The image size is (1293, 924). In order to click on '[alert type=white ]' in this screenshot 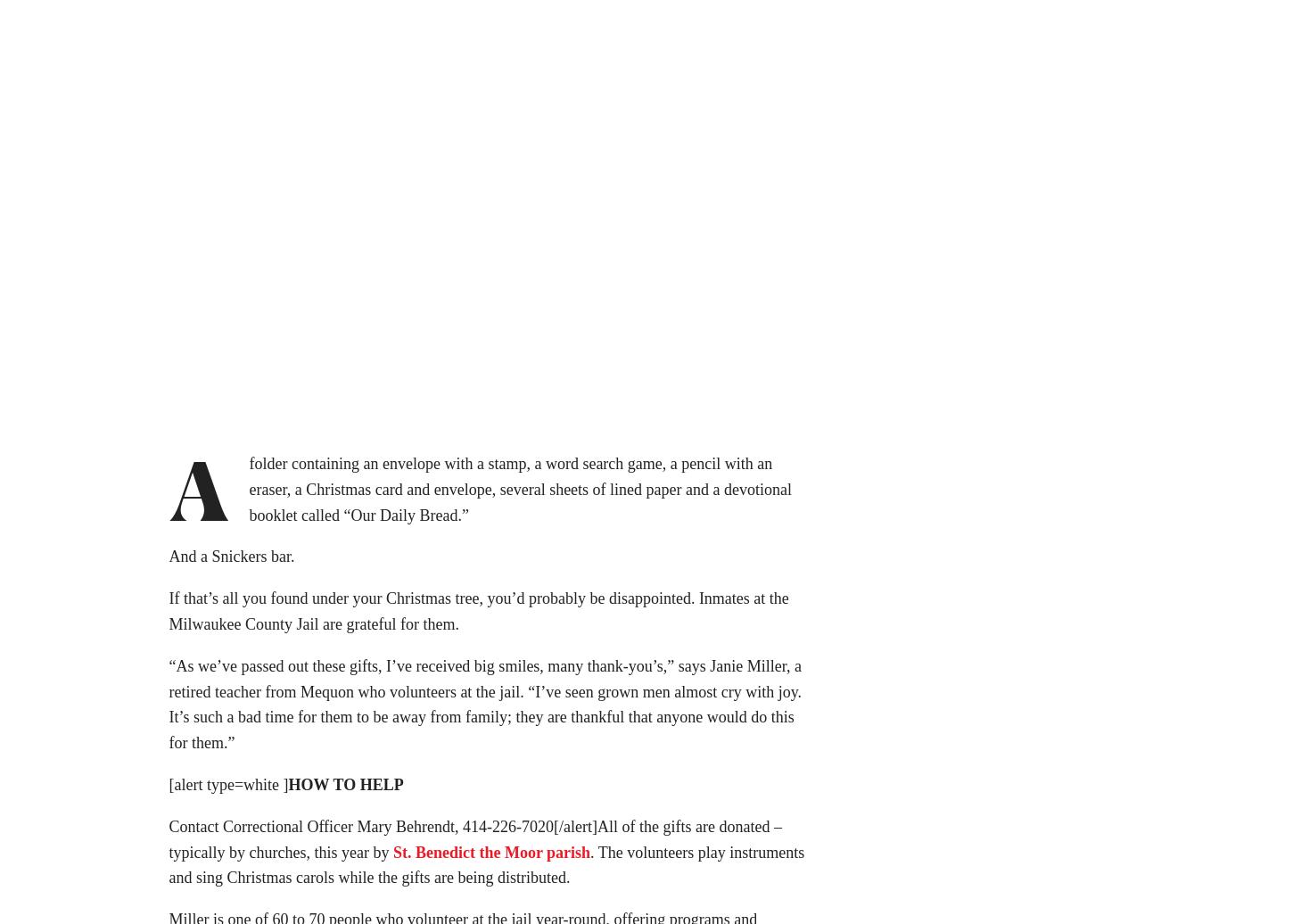, I will do `click(228, 789)`.